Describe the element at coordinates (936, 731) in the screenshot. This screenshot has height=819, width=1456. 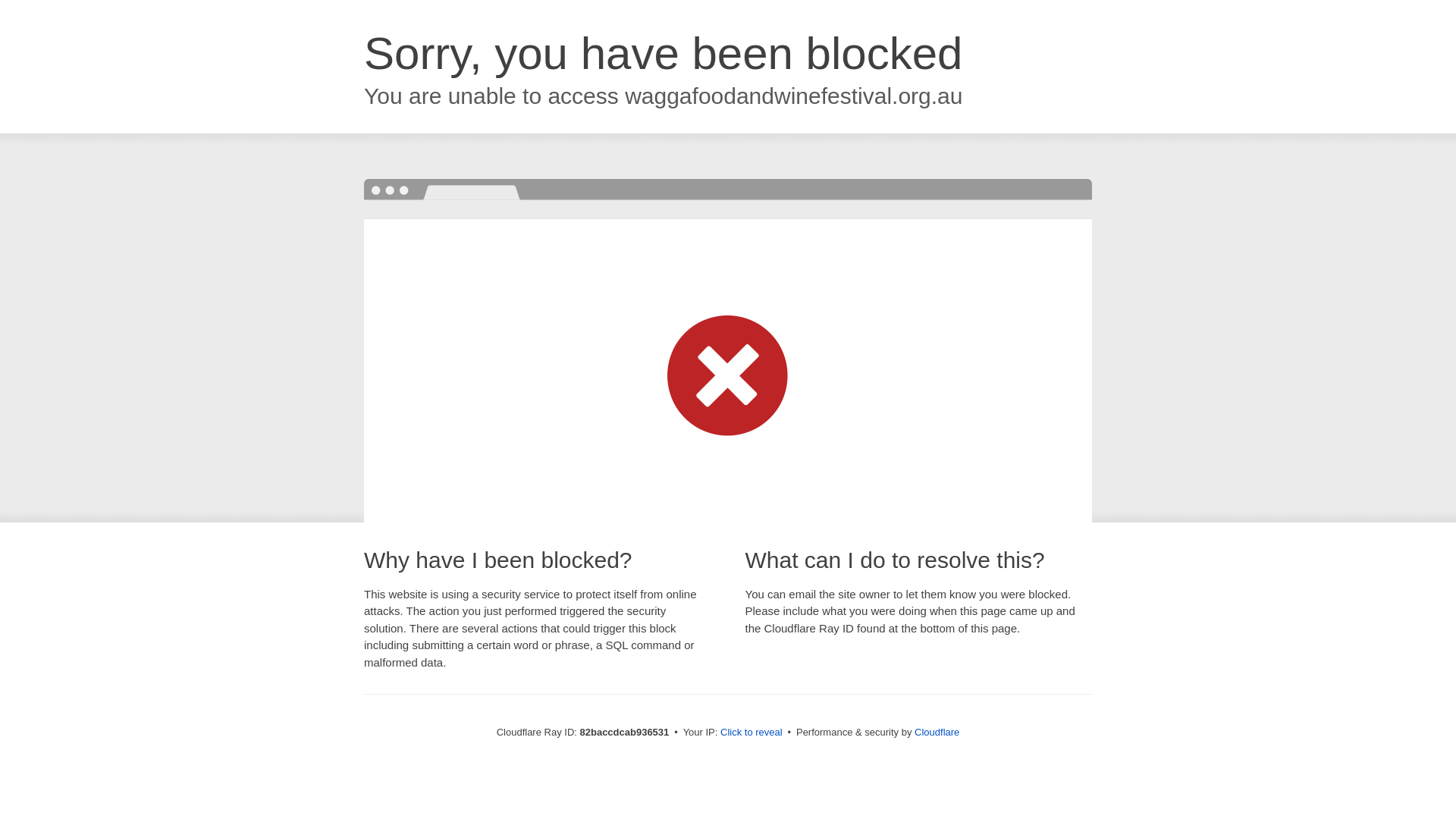
I see `'Cloudflare'` at that location.